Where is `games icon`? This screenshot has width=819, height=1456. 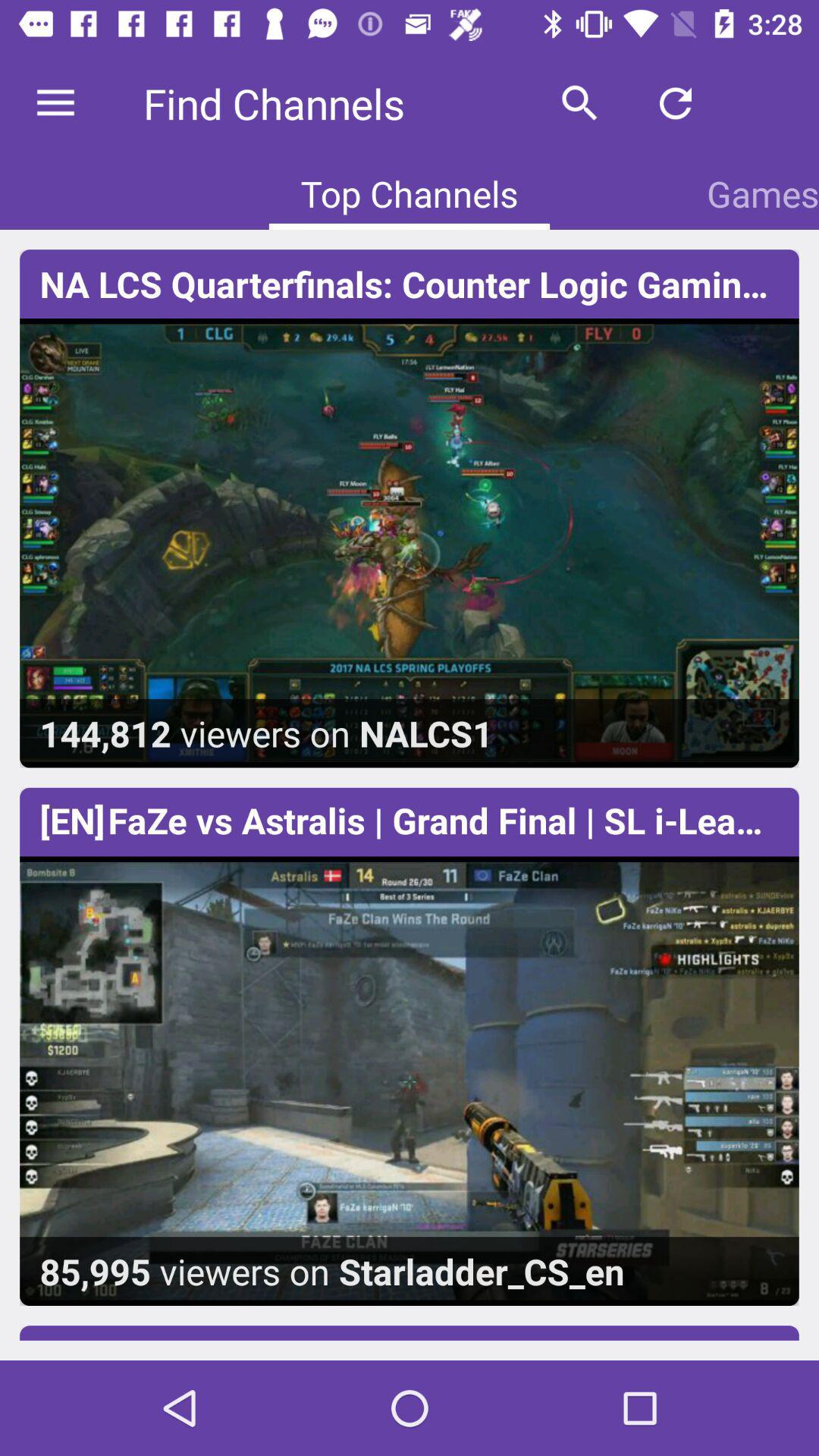
games icon is located at coordinates (763, 193).